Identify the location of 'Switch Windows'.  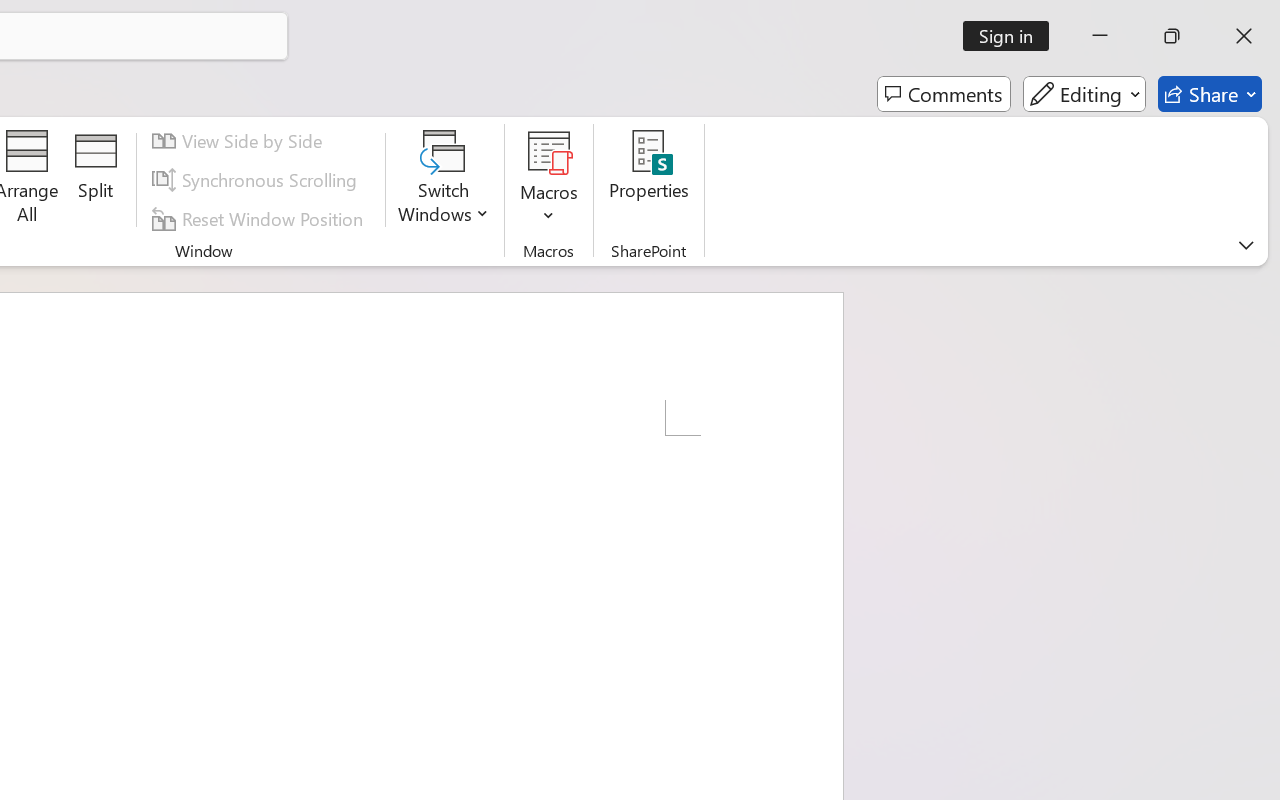
(443, 179).